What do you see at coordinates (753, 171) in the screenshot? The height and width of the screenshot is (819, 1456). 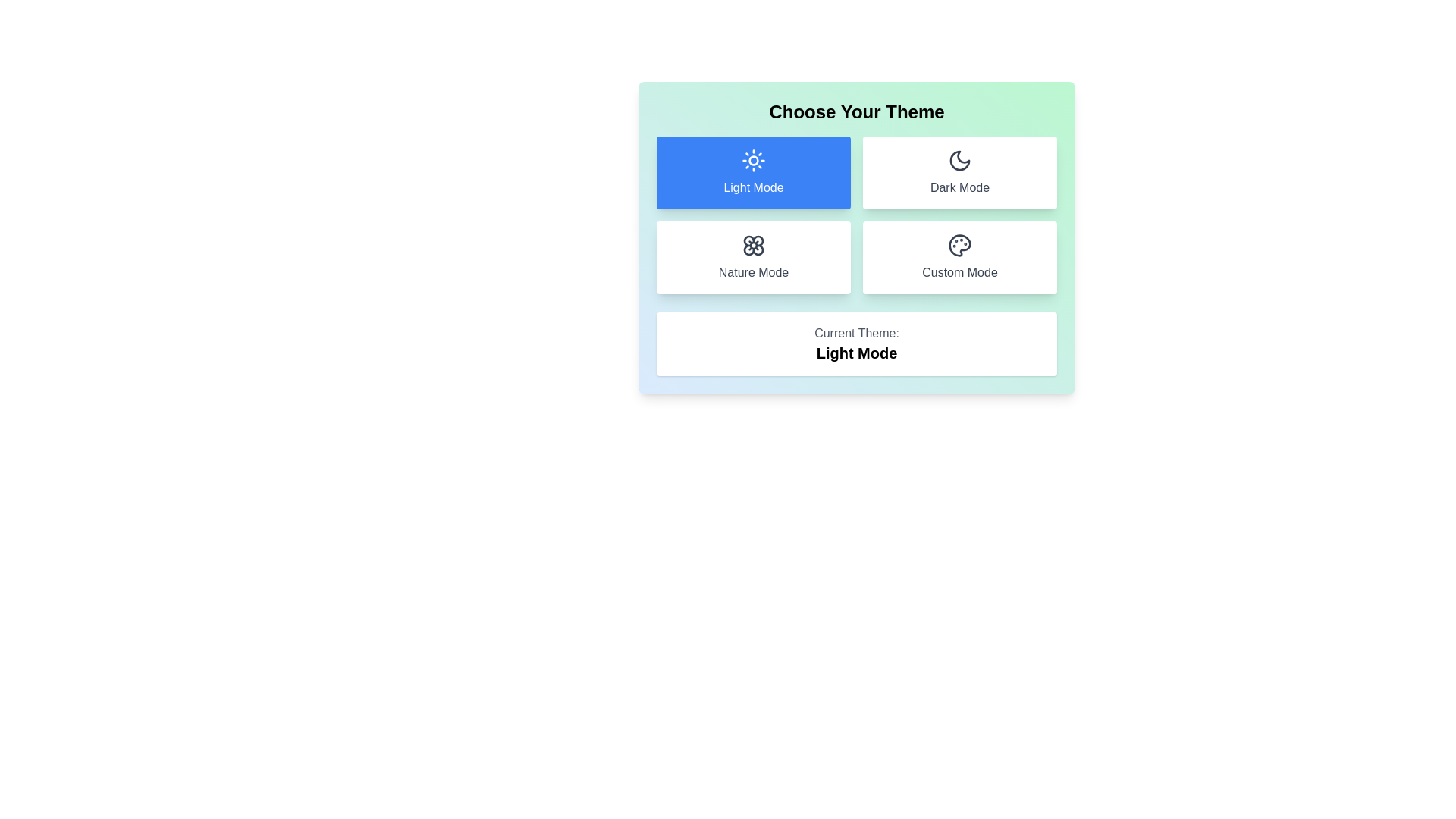 I see `the theme by clicking the button corresponding to Light Mode` at bounding box center [753, 171].